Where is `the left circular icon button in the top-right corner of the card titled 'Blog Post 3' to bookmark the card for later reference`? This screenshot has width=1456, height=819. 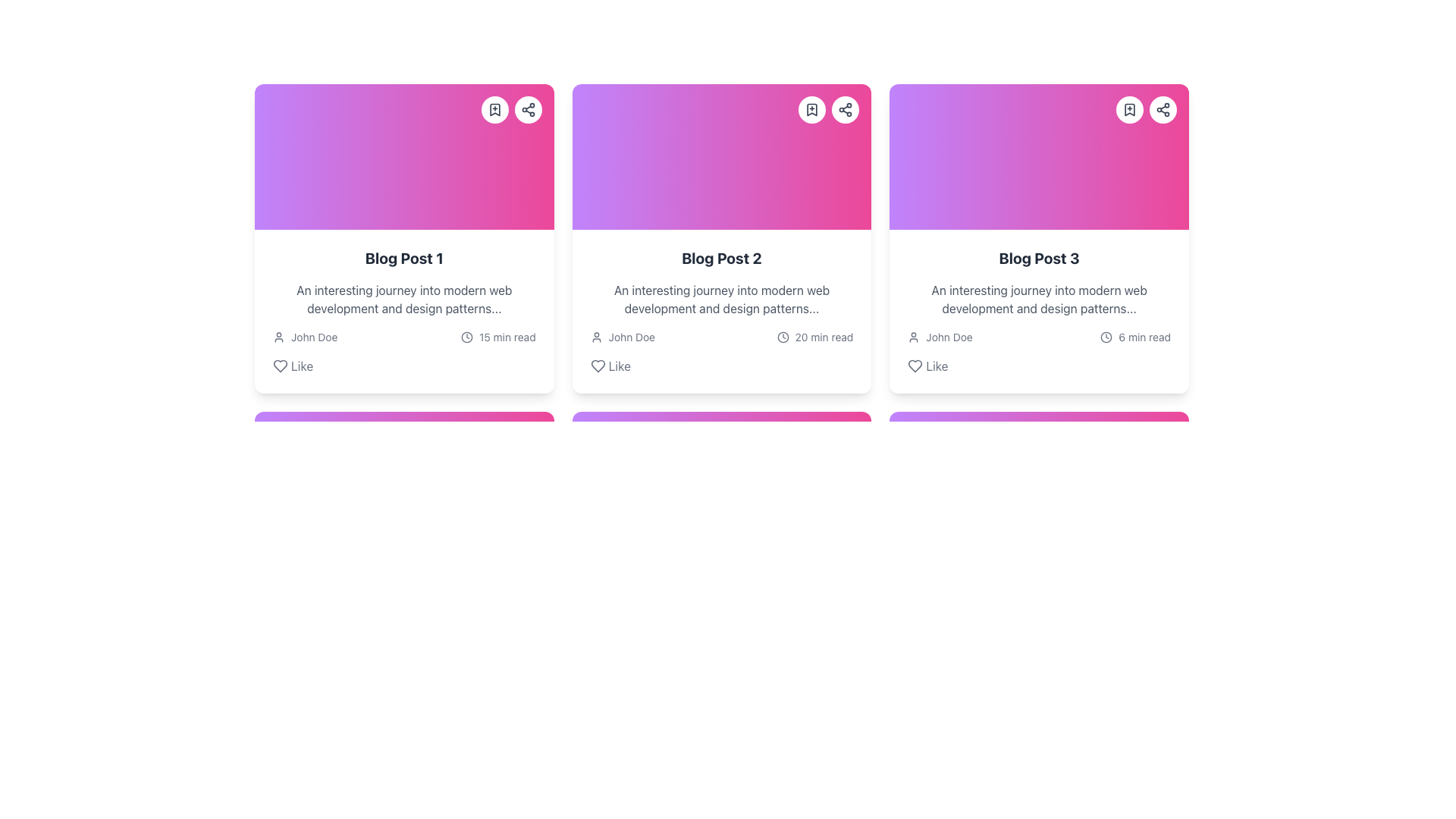
the left circular icon button in the top-right corner of the card titled 'Blog Post 3' to bookmark the card for later reference is located at coordinates (1147, 109).